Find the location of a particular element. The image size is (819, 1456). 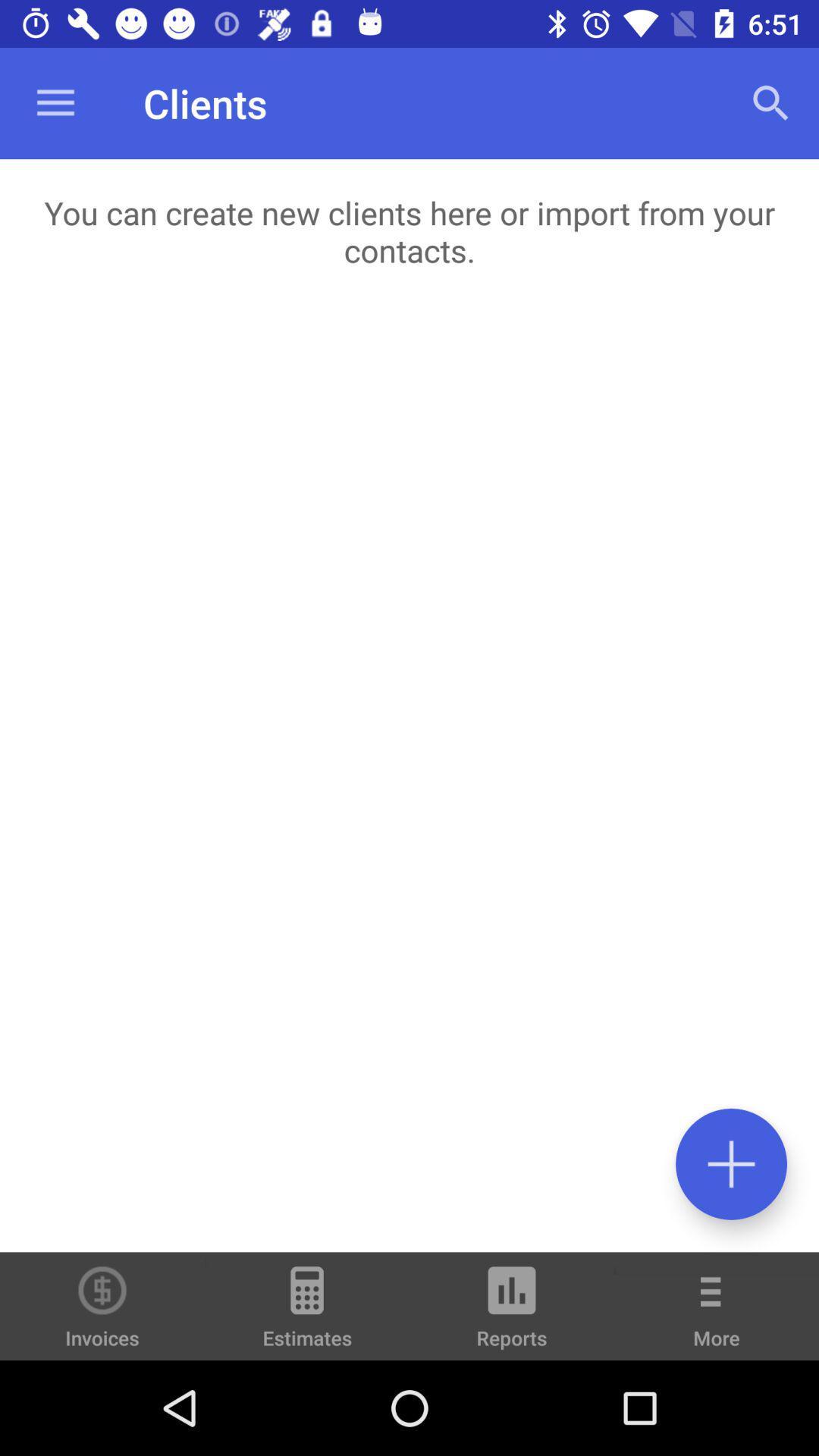

item next to the reports item is located at coordinates (307, 1313).